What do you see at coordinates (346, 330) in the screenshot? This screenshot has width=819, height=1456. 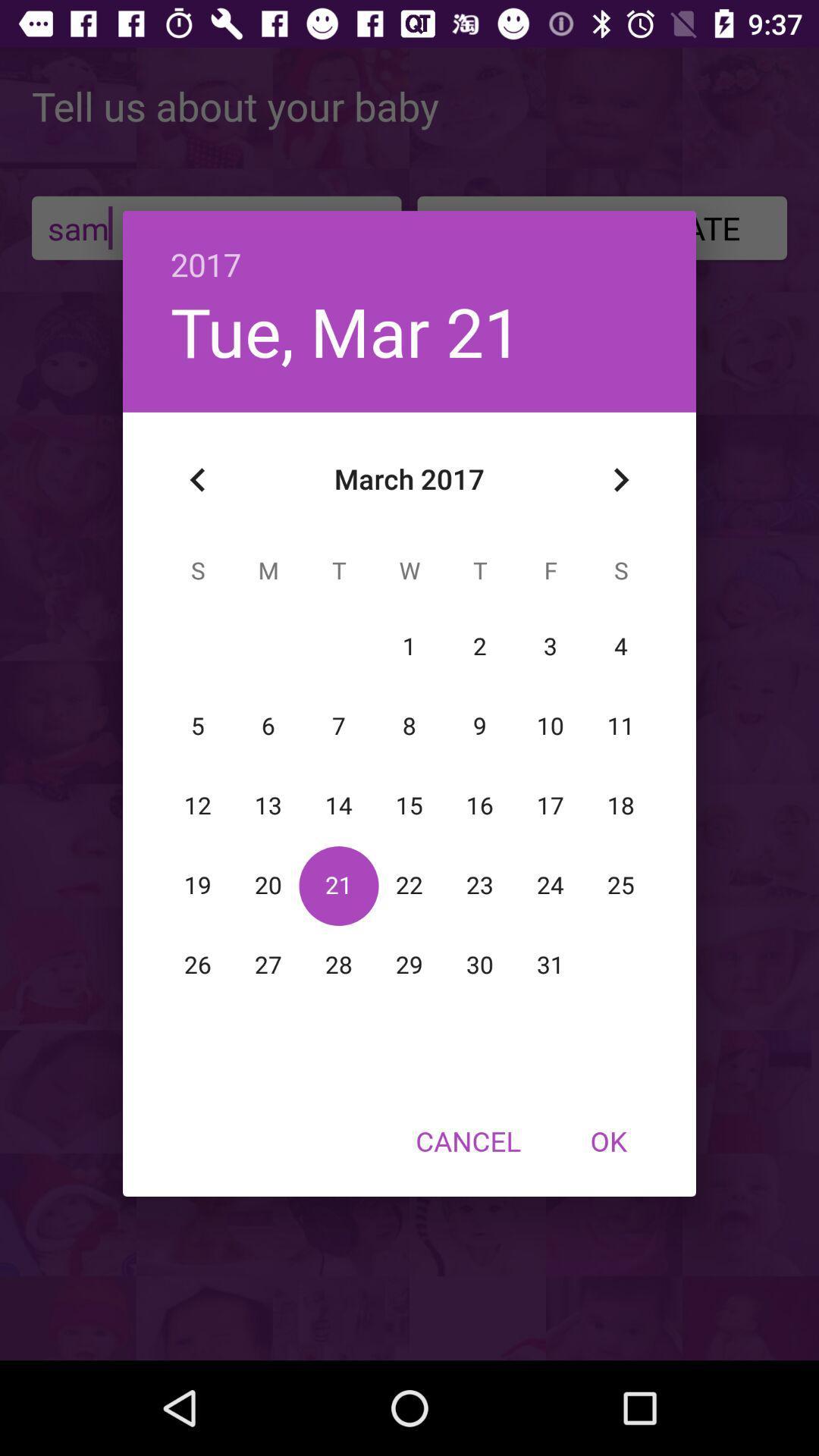 I see `the icon below 2017 item` at bounding box center [346, 330].